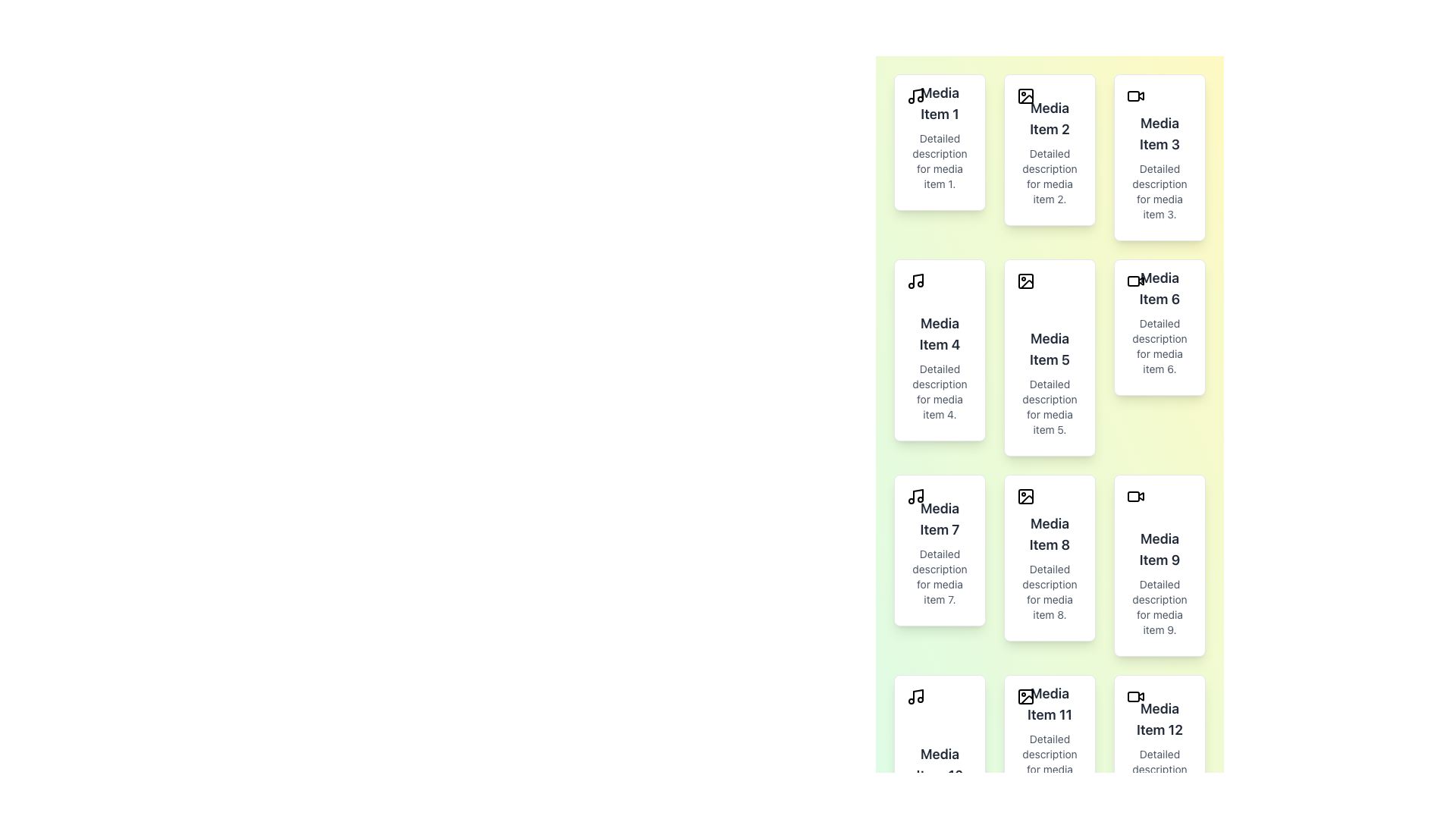 This screenshot has width=1456, height=819. I want to click on the SVG-based graphical icon that represents a diagonal icon located in the fifth card of a 4x3 grid in the second row and second column, so click(1027, 284).